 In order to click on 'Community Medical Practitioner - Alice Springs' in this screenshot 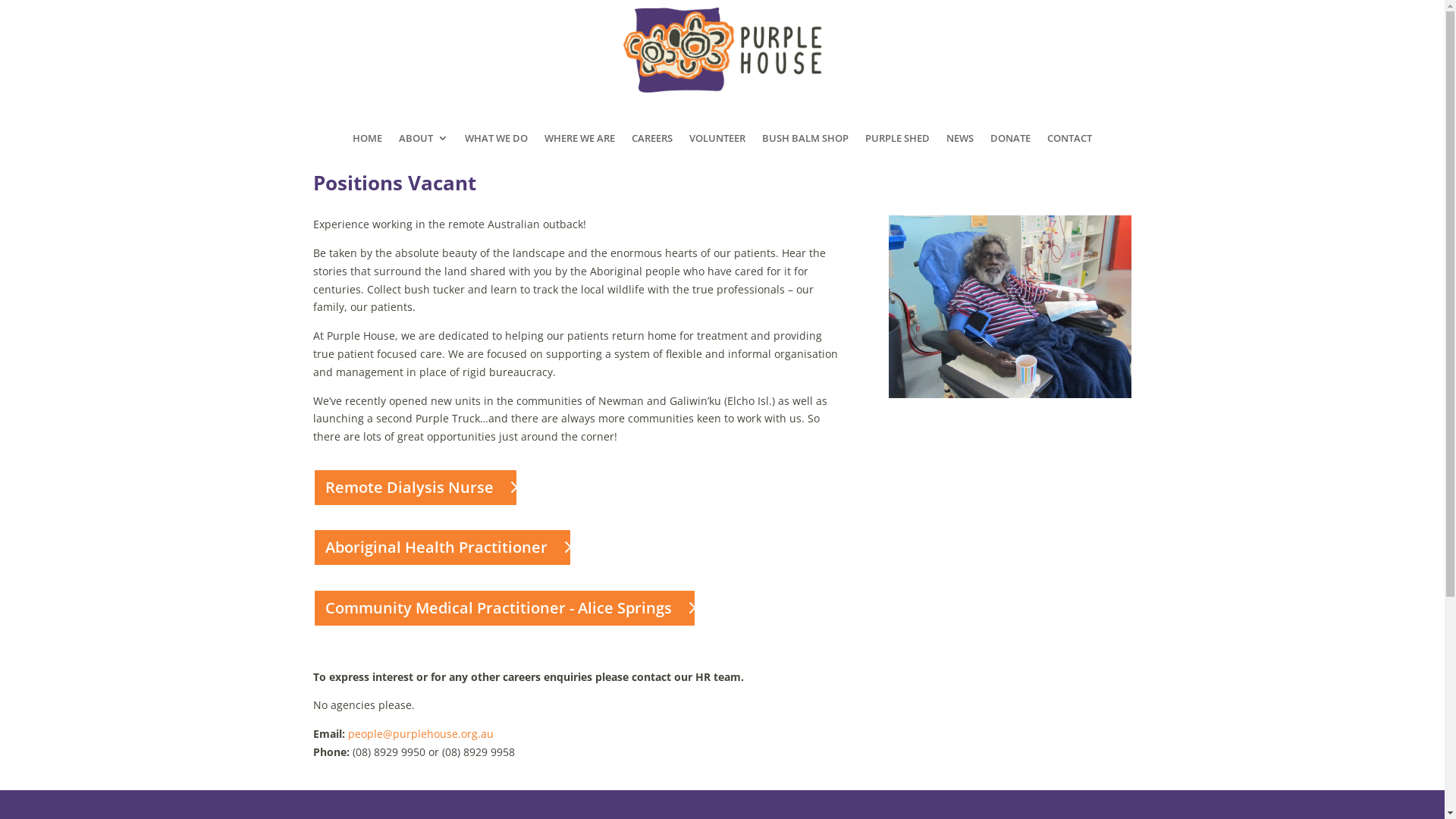, I will do `click(504, 607)`.